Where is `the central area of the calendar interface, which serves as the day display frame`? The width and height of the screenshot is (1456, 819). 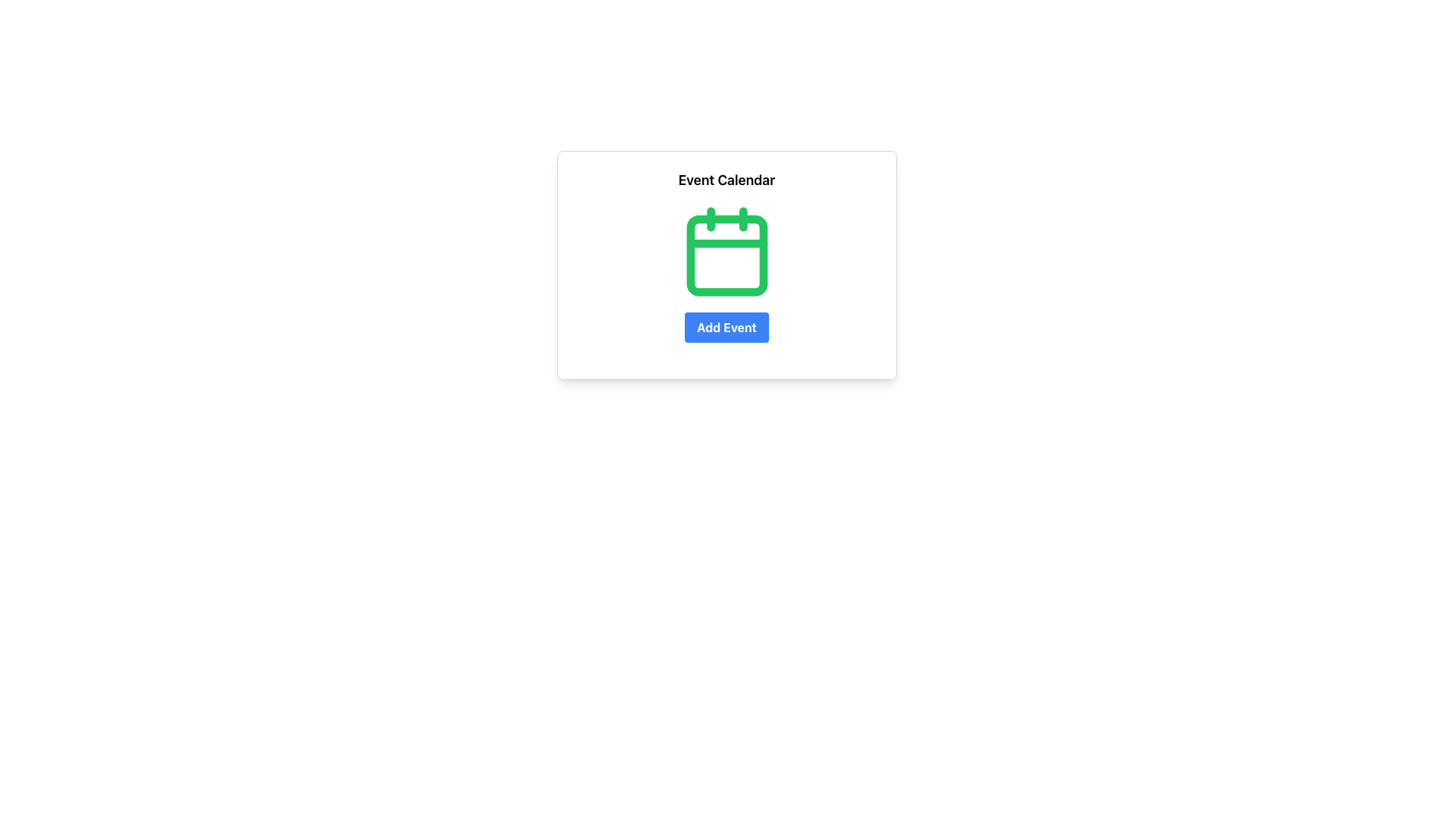
the central area of the calendar interface, which serves as the day display frame is located at coordinates (726, 255).